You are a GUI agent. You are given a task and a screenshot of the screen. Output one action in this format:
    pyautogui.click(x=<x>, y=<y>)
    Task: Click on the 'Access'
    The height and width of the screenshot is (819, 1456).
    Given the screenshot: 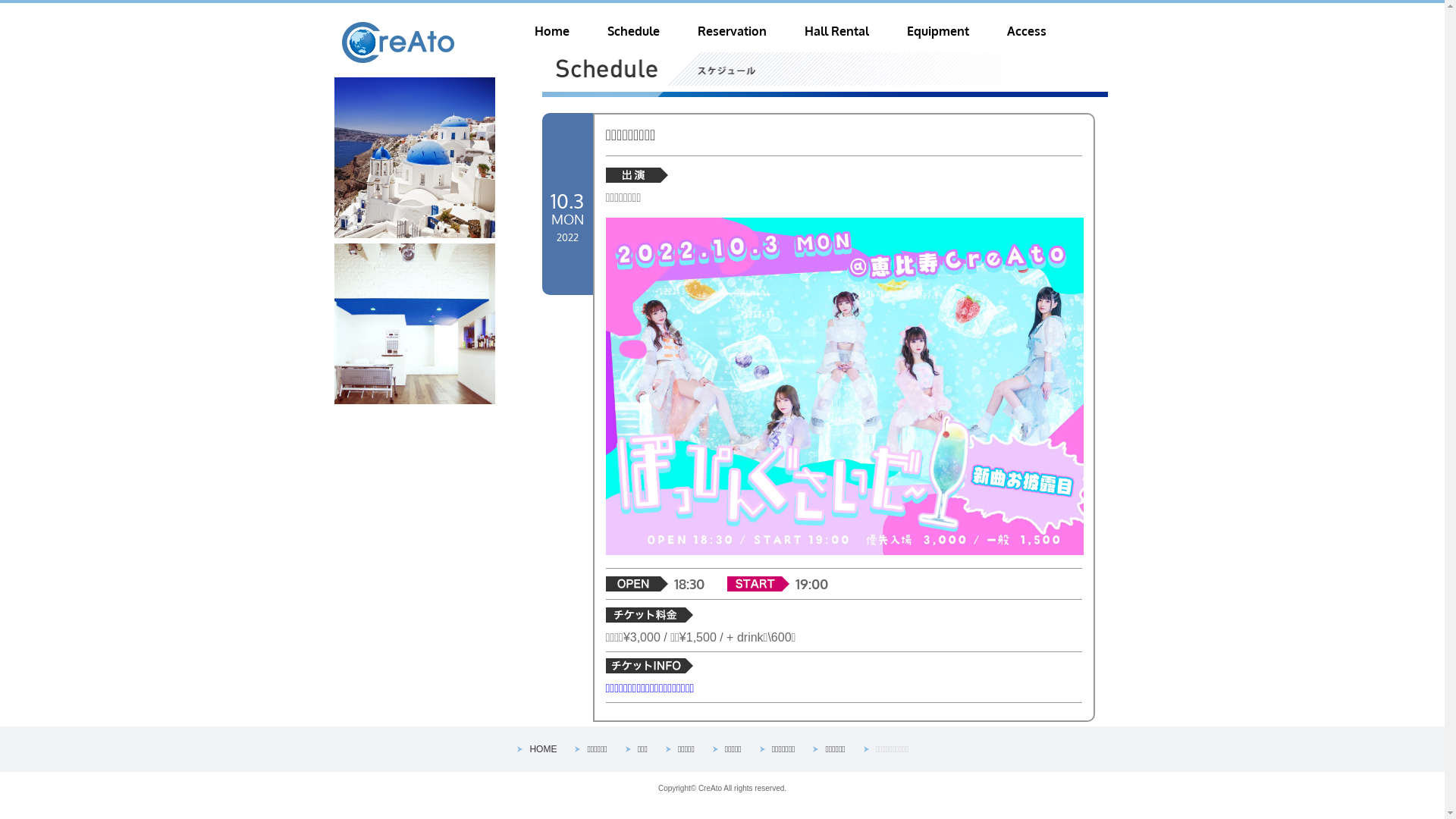 What is the action you would take?
    pyautogui.click(x=1026, y=31)
    